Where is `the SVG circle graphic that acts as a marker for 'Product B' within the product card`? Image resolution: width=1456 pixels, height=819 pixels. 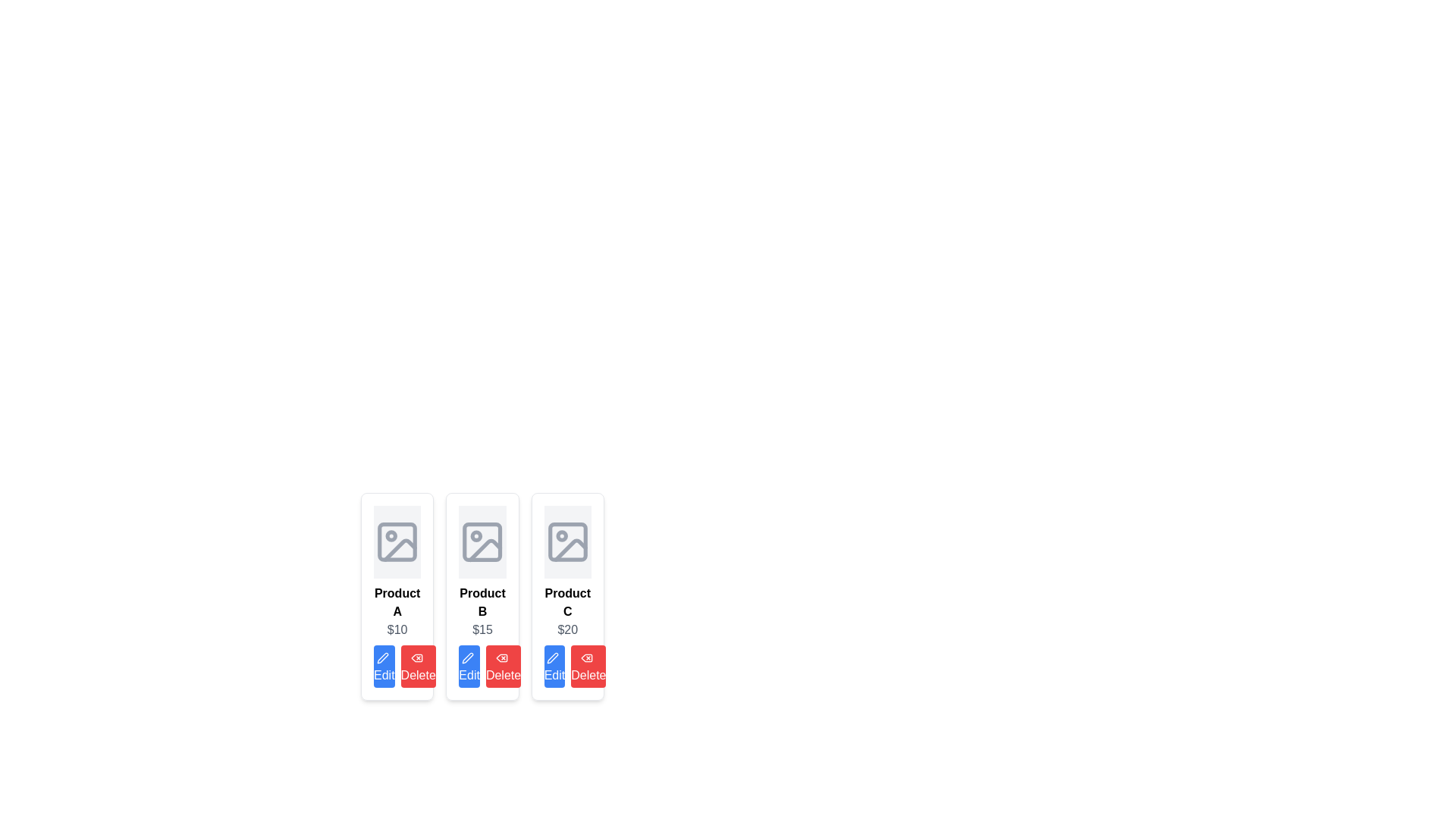
the SVG circle graphic that acts as a marker for 'Product B' within the product card is located at coordinates (475, 535).